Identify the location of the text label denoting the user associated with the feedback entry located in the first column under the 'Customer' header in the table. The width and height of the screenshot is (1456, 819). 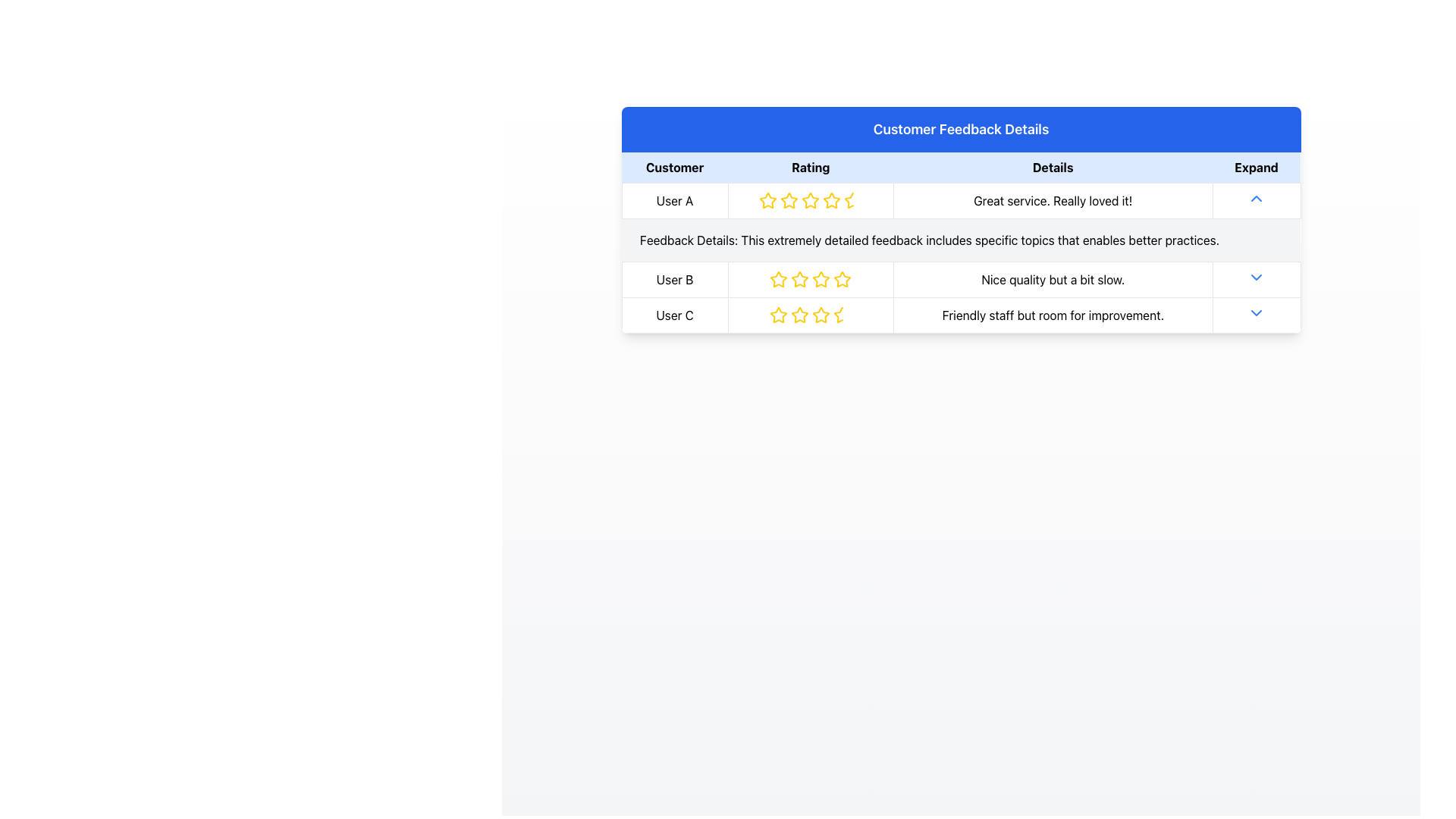
(674, 200).